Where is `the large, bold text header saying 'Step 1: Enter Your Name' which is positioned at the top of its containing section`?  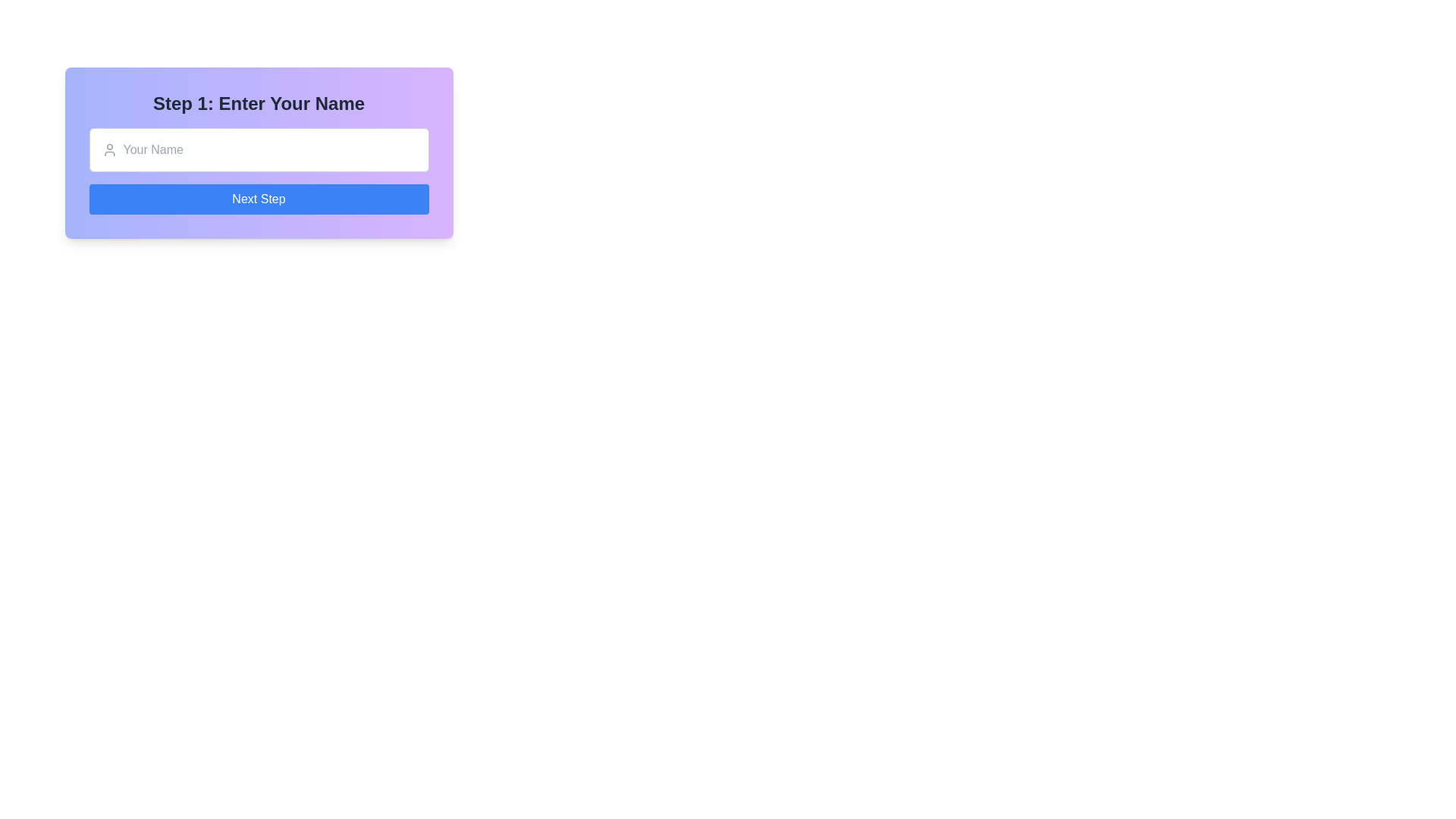 the large, bold text header saying 'Step 1: Enter Your Name' which is positioned at the top of its containing section is located at coordinates (259, 103).